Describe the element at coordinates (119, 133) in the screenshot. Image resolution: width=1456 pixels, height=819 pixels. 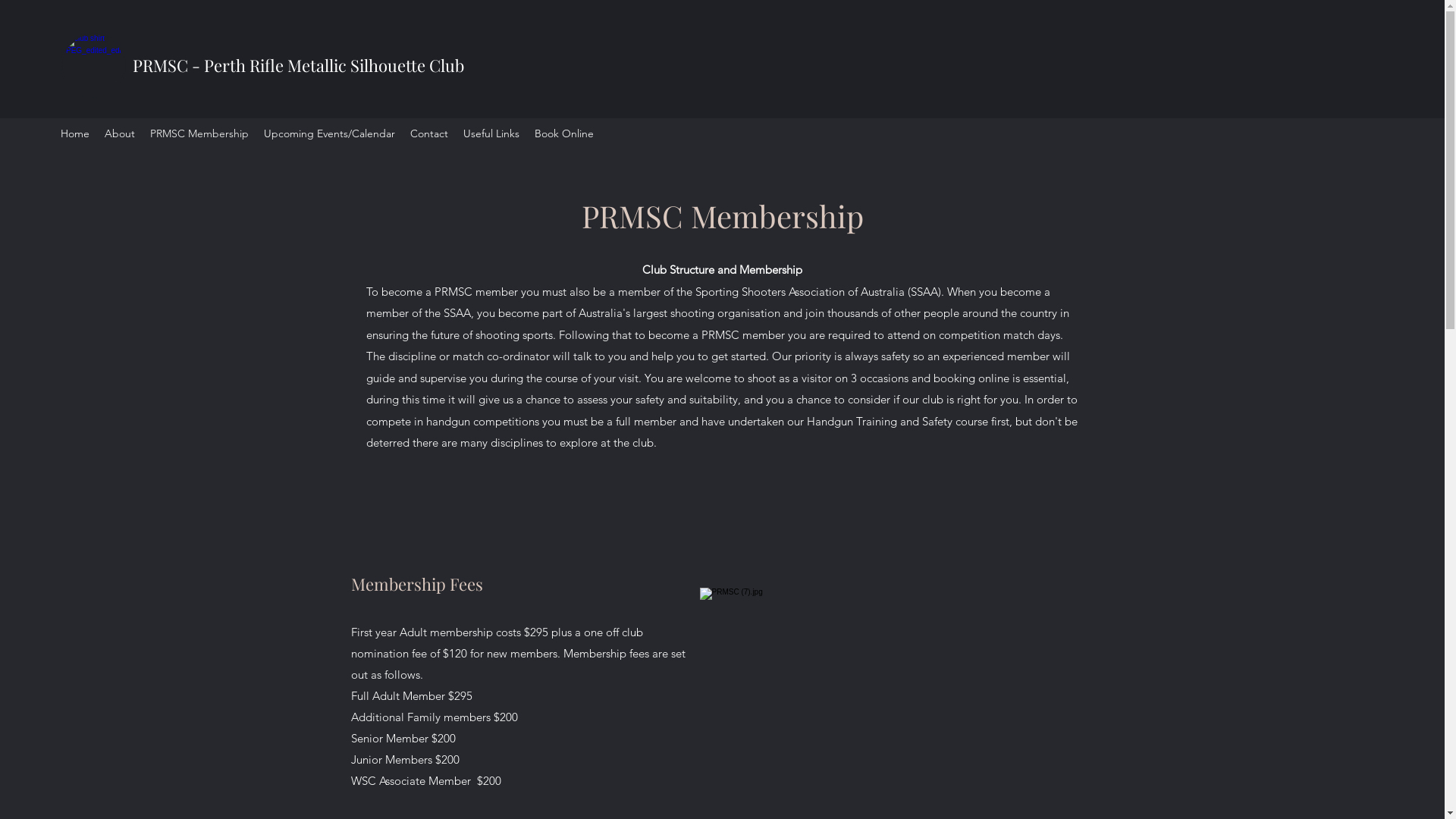
I see `'About'` at that location.